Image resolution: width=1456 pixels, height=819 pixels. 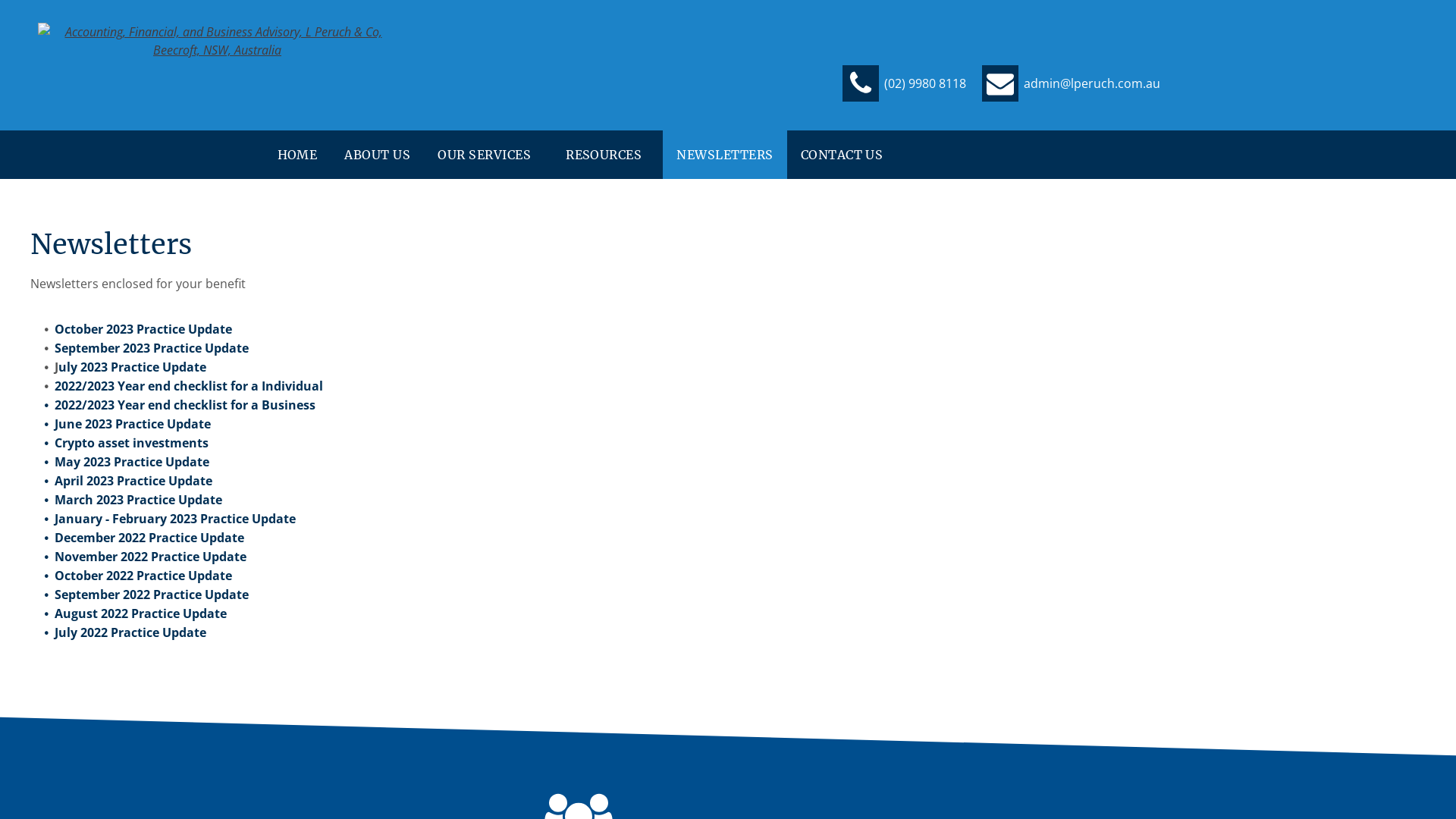 What do you see at coordinates (131, 461) in the screenshot?
I see `'May 2023 Practice Update'` at bounding box center [131, 461].